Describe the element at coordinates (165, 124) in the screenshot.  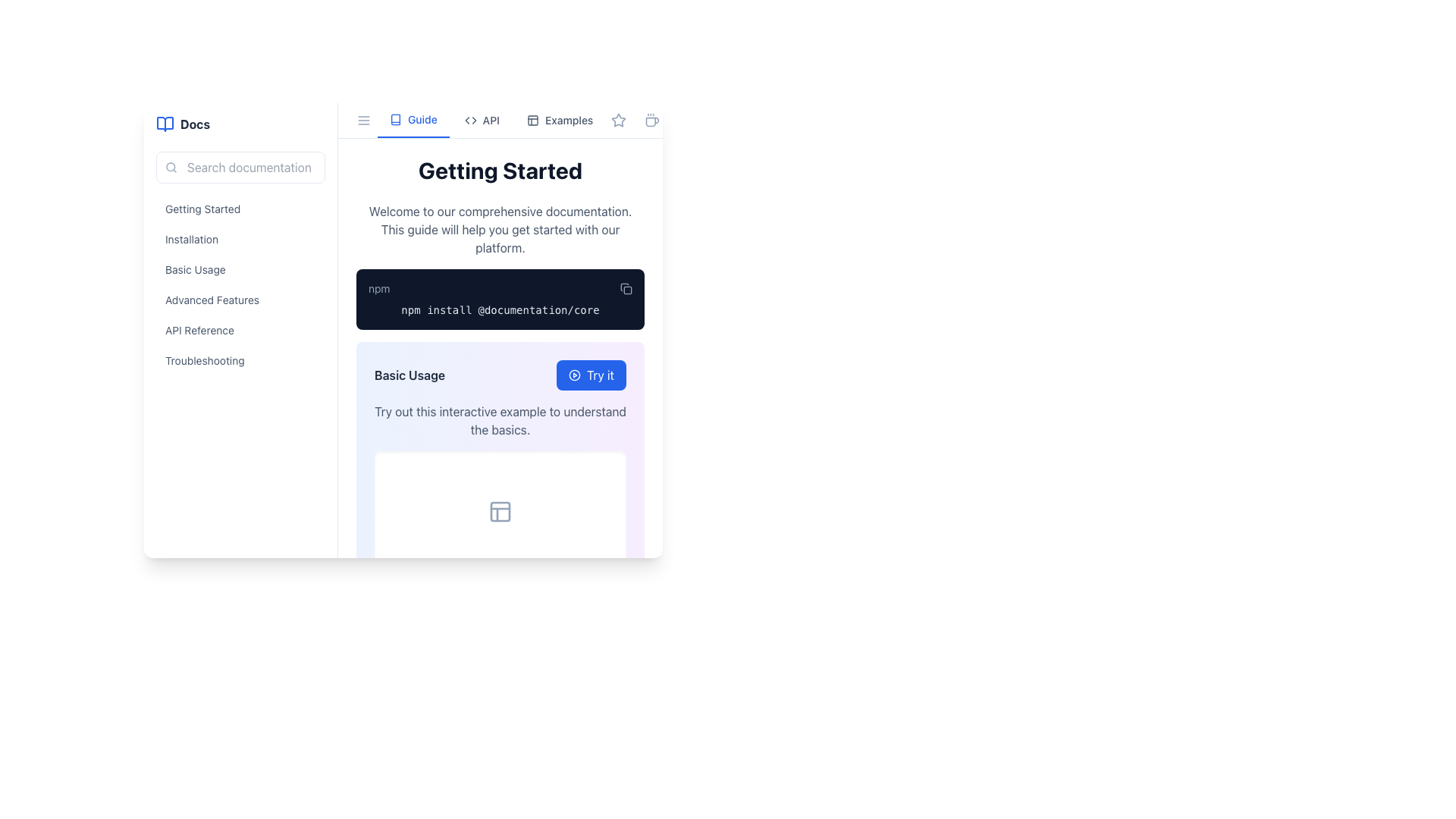
I see `the book icon located in the top-left corner of the interface next to the 'Docs' text title in the sidebar` at that location.